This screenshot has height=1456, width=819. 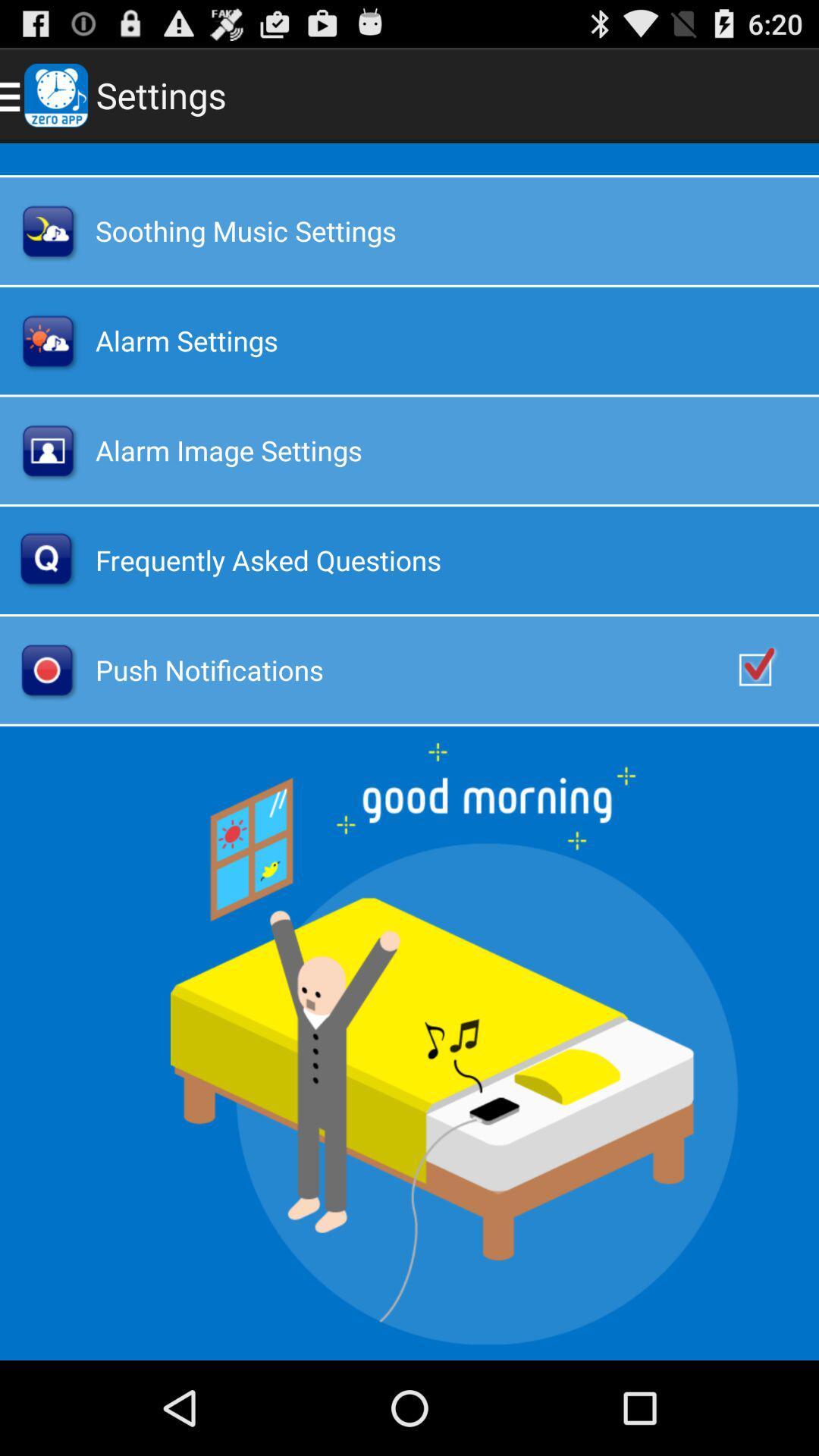 What do you see at coordinates (771, 669) in the screenshot?
I see `the icon to the right of the push notifications icon` at bounding box center [771, 669].